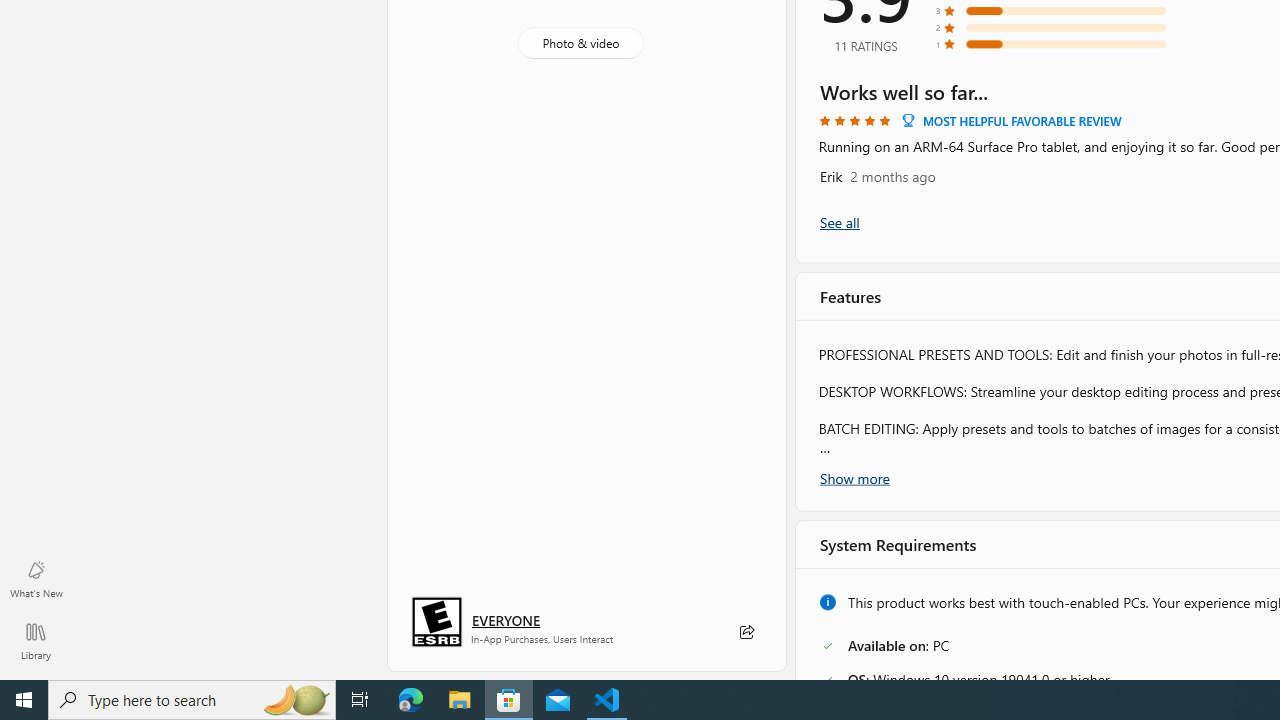 The image size is (1280, 720). What do you see at coordinates (506, 618) in the screenshot?
I see `'Age rating: EVERYONE. Click for more information.'` at bounding box center [506, 618].